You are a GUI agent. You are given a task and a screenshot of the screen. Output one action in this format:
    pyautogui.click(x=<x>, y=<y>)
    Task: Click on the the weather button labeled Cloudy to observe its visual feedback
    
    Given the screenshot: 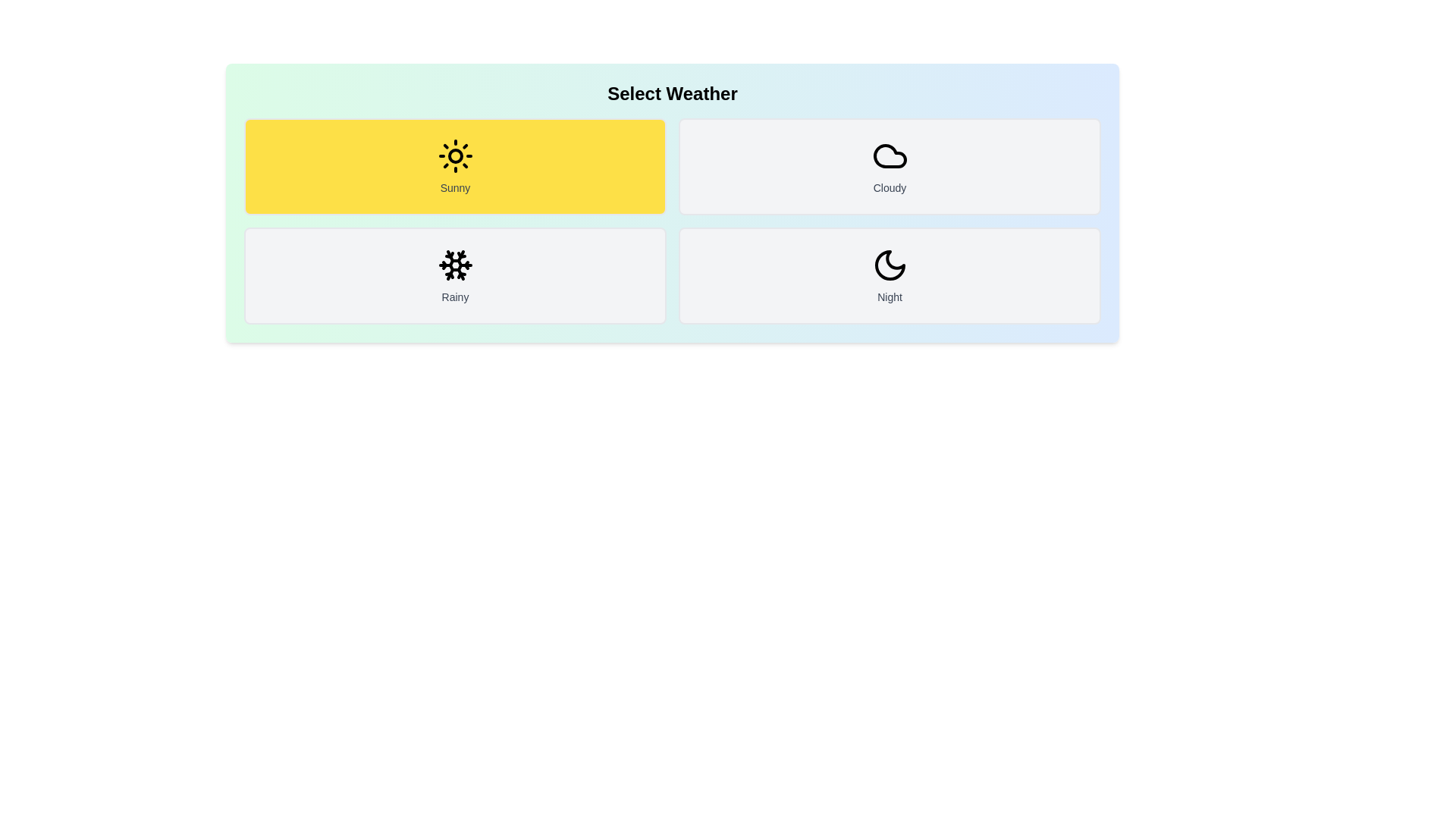 What is the action you would take?
    pyautogui.click(x=890, y=166)
    